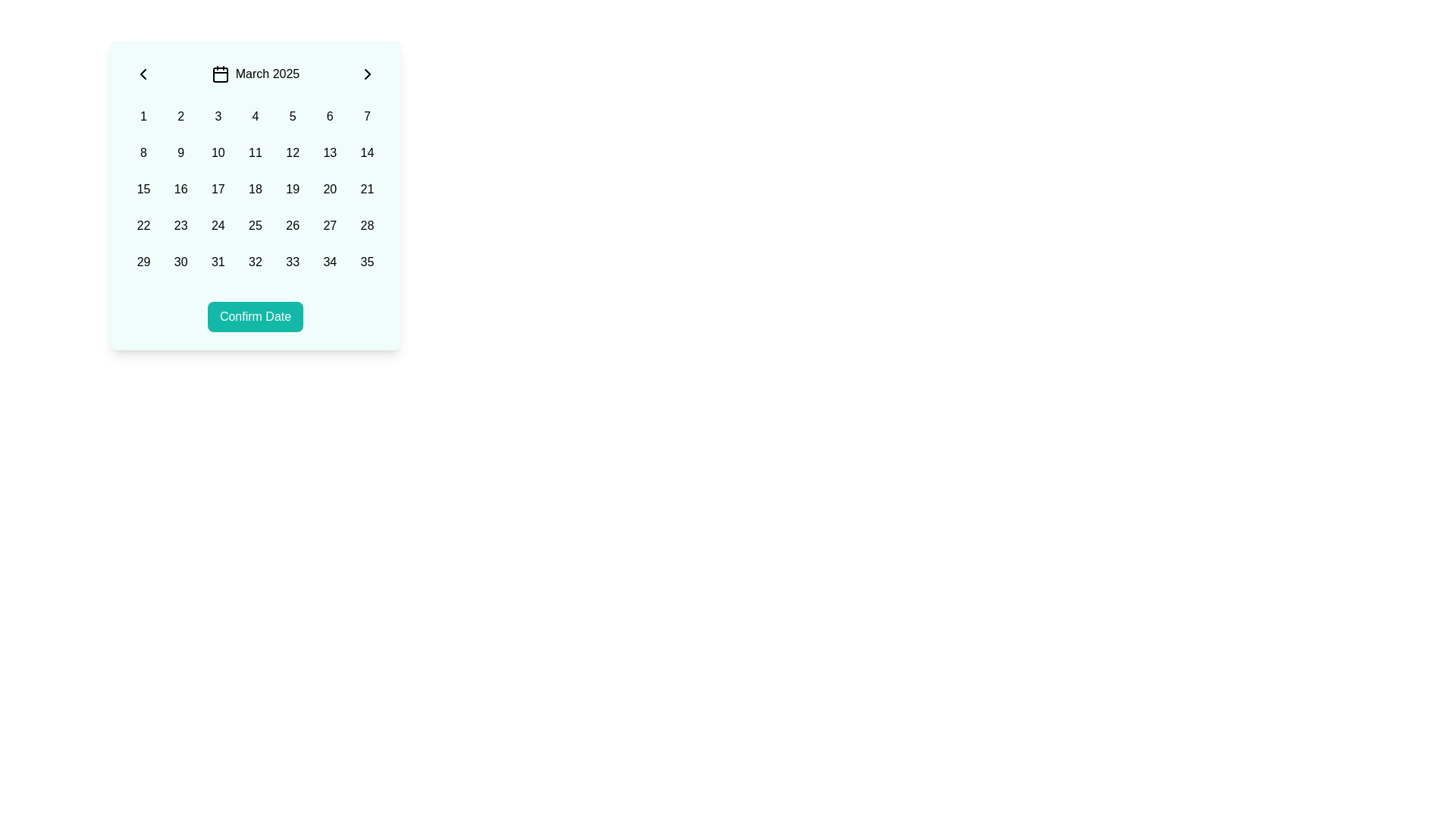 The height and width of the screenshot is (819, 1456). Describe the element at coordinates (255, 189) in the screenshot. I see `the button labeled '18' which is a rectangular area with a light background and bold black text, located in the third row and fourth column of the calendar grid` at that location.